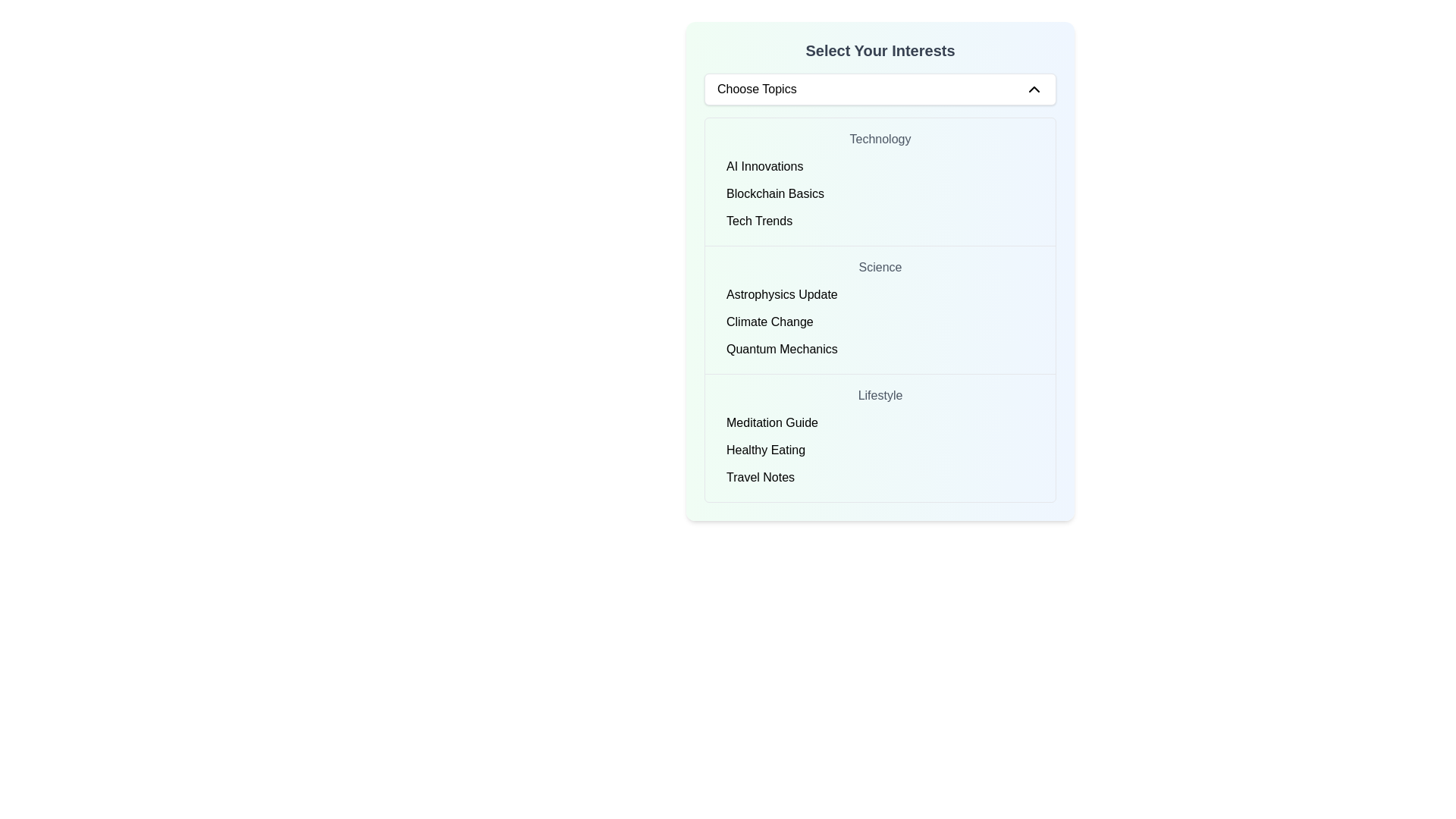 This screenshot has width=1456, height=819. What do you see at coordinates (880, 309) in the screenshot?
I see `the 'Climate Change' option within the 'Science' category list, which is the second category listed in the interface` at bounding box center [880, 309].